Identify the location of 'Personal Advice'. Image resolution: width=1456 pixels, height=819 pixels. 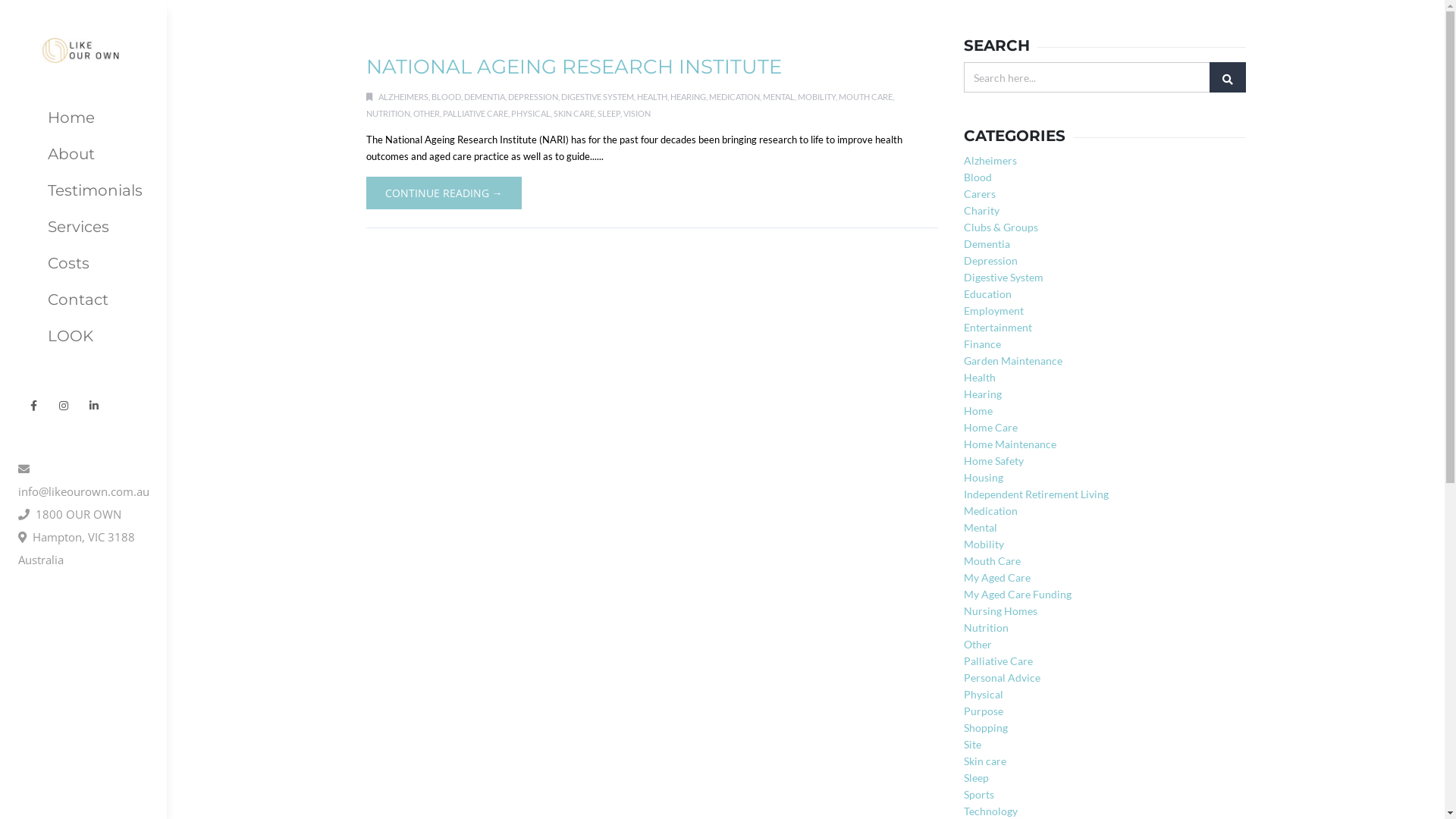
(1002, 676).